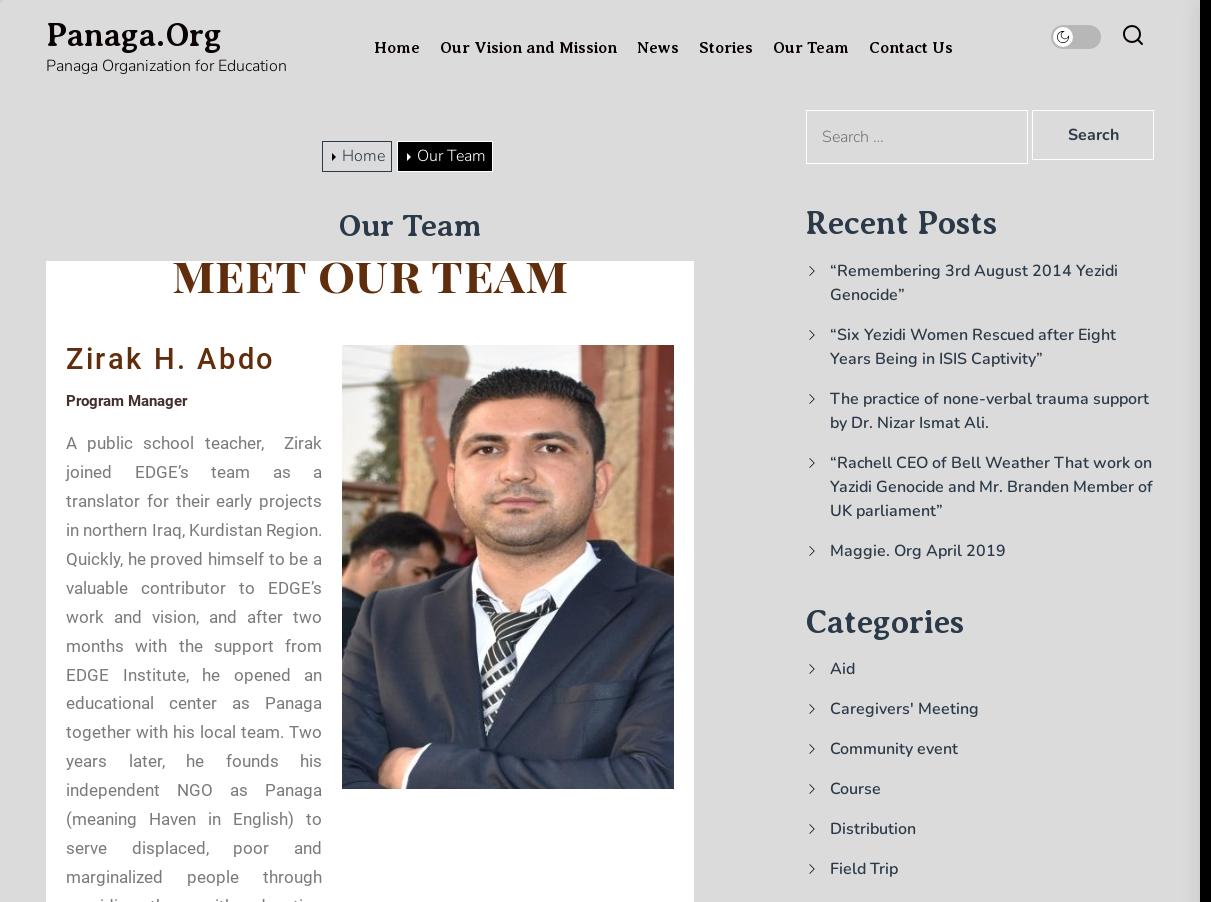 The image size is (1211, 902). I want to click on 'Panaga Organization for Education', so click(45, 65).